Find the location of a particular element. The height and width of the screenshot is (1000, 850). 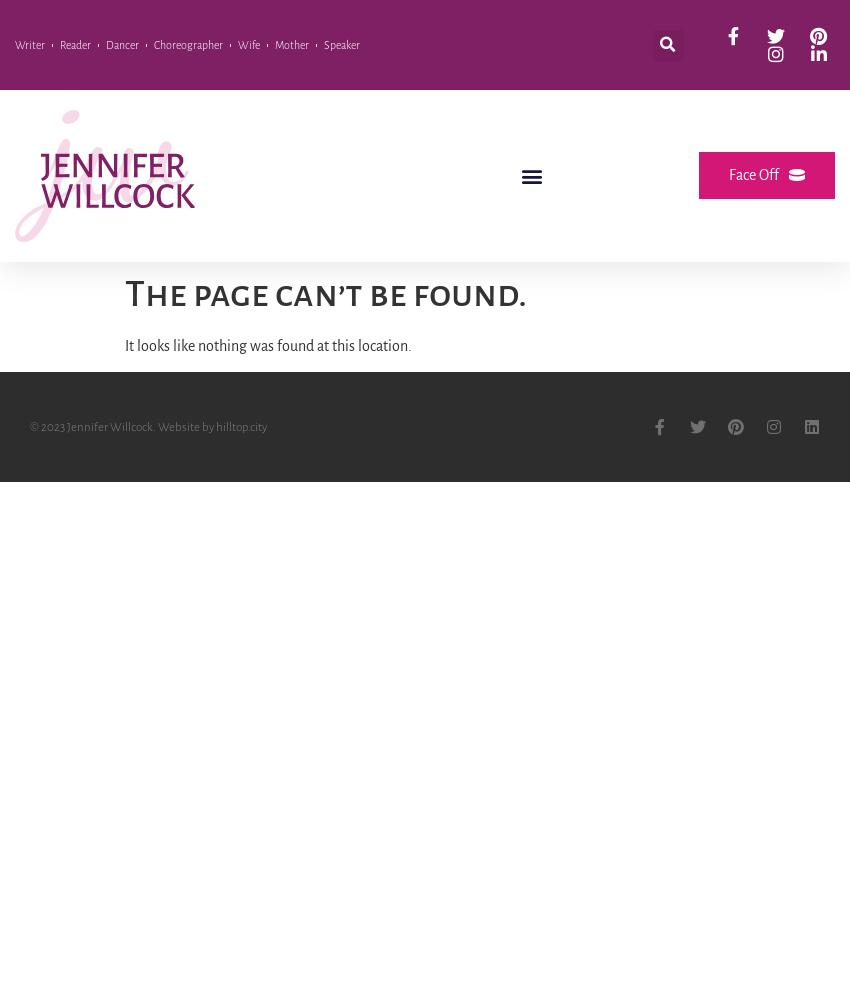

'Speaker' is located at coordinates (341, 45).